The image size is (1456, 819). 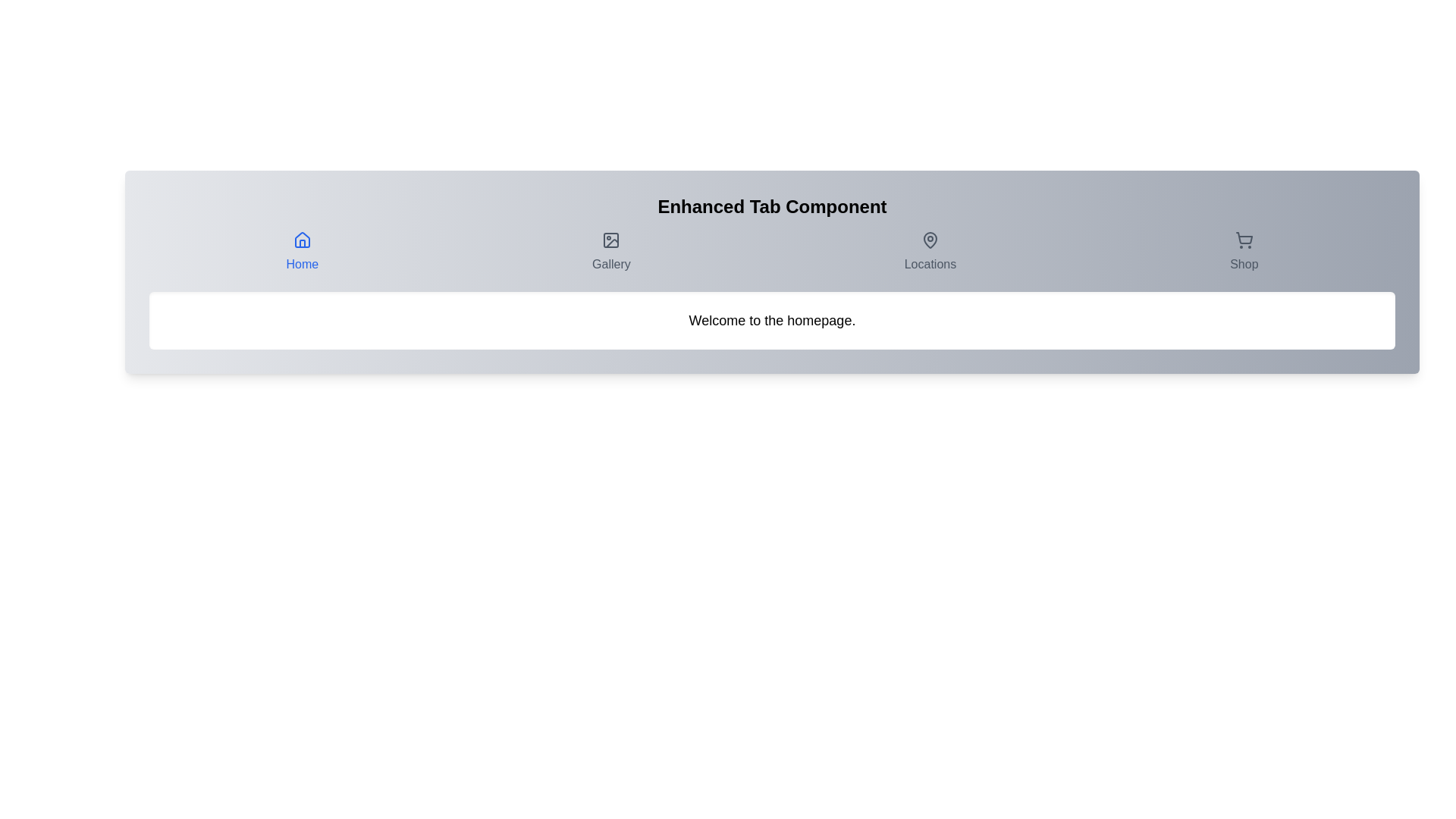 I want to click on the 'Gallery' tab, which is the second tab in the navigation bar, featuring a gray picture frame icon and the label 'Gallery' in gray text, to possibly display a tooltip, so click(x=611, y=251).